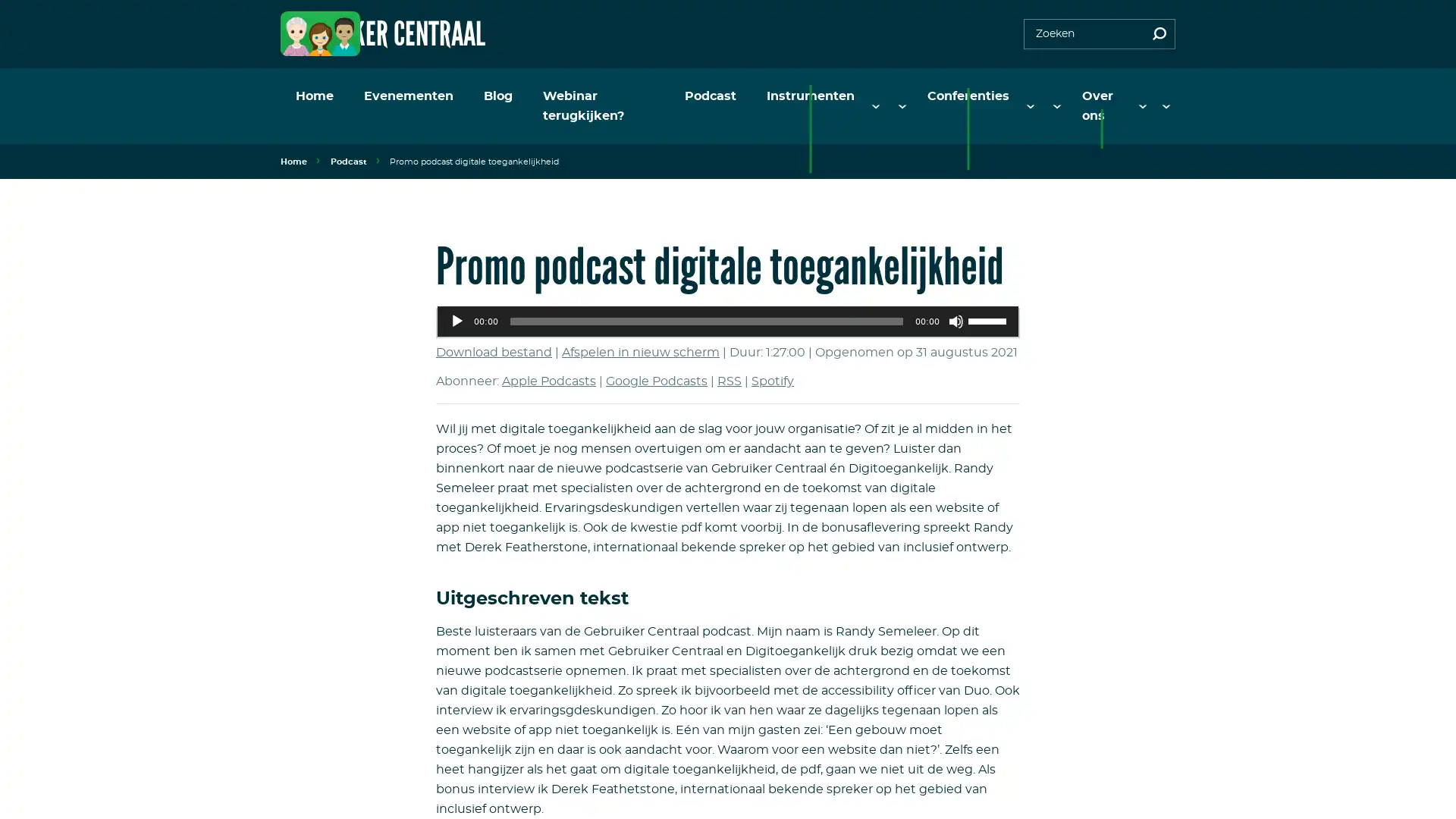 Image resolution: width=1456 pixels, height=819 pixels. I want to click on Afbreken, so click(955, 301).